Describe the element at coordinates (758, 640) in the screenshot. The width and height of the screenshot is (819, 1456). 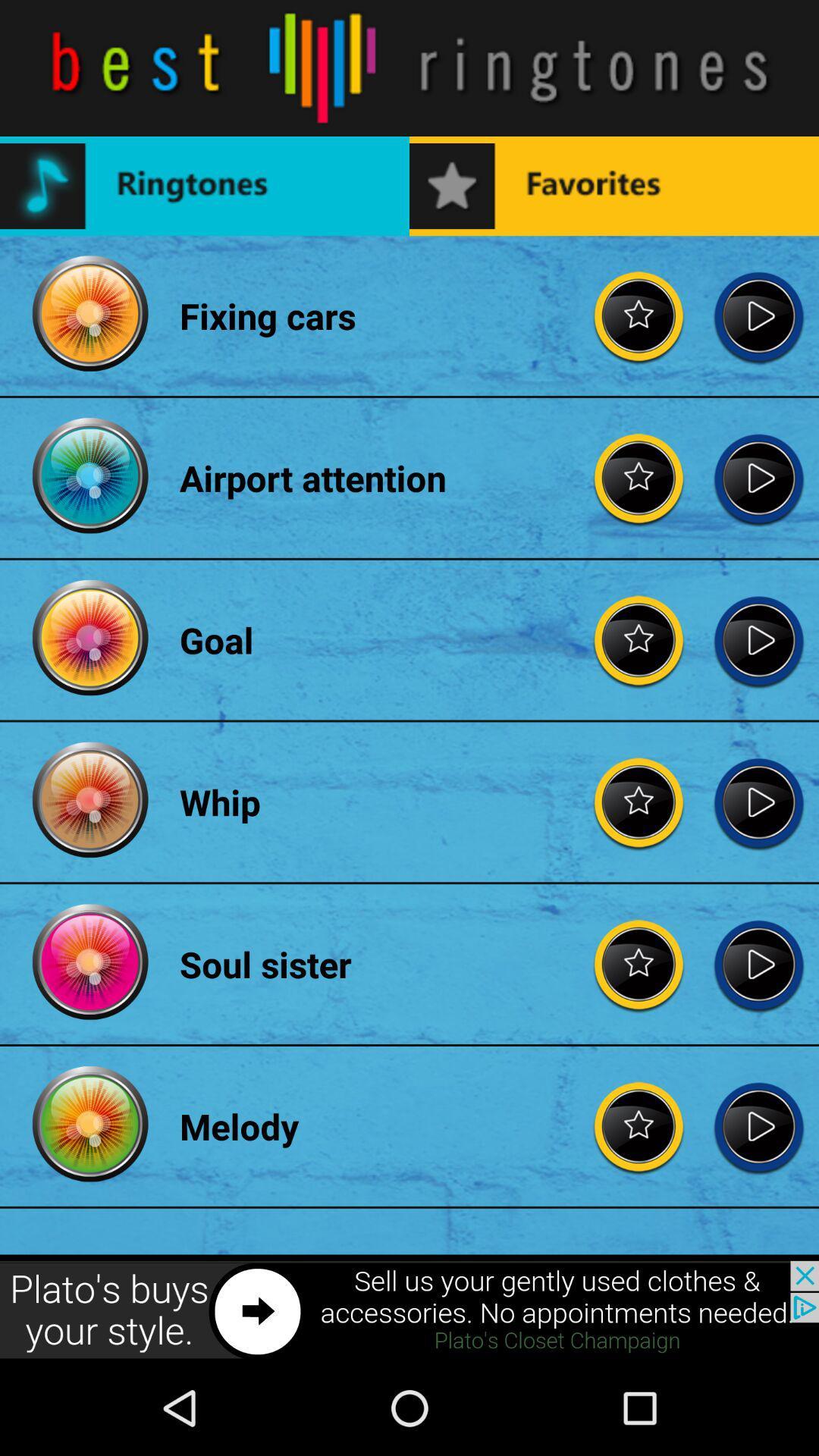
I see `button` at that location.